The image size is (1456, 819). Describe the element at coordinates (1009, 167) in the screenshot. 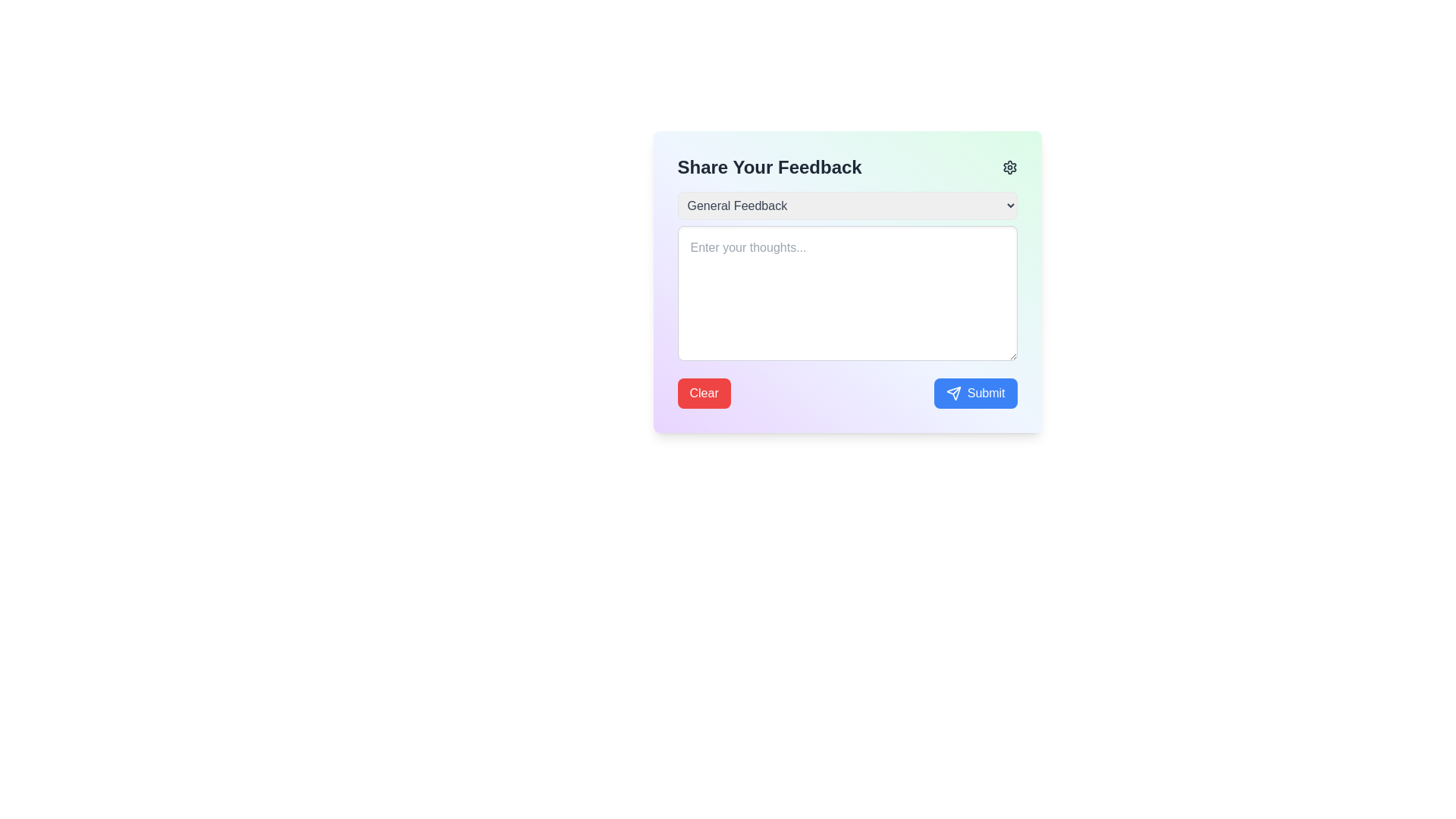

I see `the settings icon located in the top-right corner of the feedback interface` at that location.